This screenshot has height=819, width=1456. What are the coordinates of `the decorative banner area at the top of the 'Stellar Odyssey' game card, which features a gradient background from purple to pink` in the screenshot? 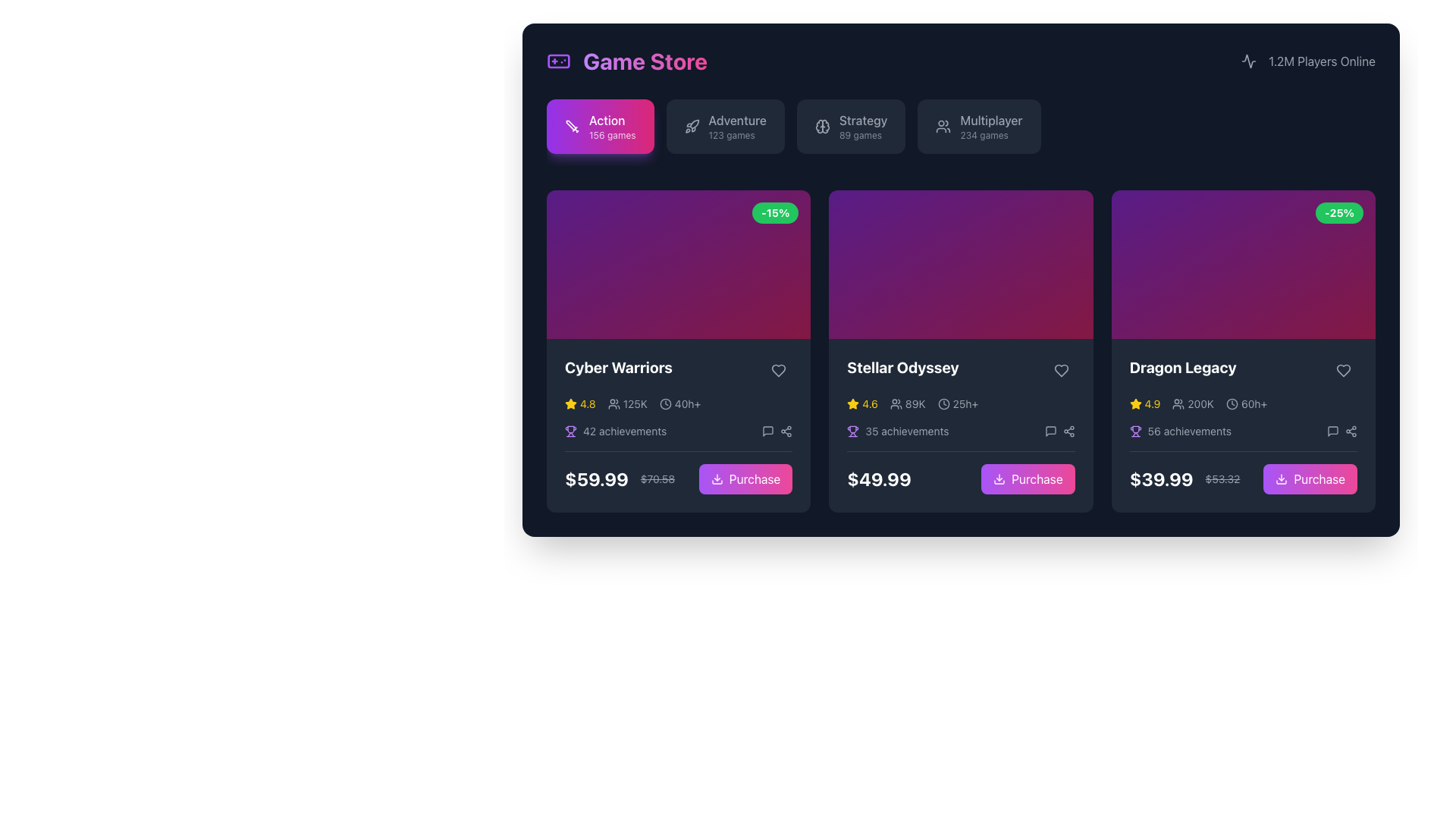 It's located at (960, 263).